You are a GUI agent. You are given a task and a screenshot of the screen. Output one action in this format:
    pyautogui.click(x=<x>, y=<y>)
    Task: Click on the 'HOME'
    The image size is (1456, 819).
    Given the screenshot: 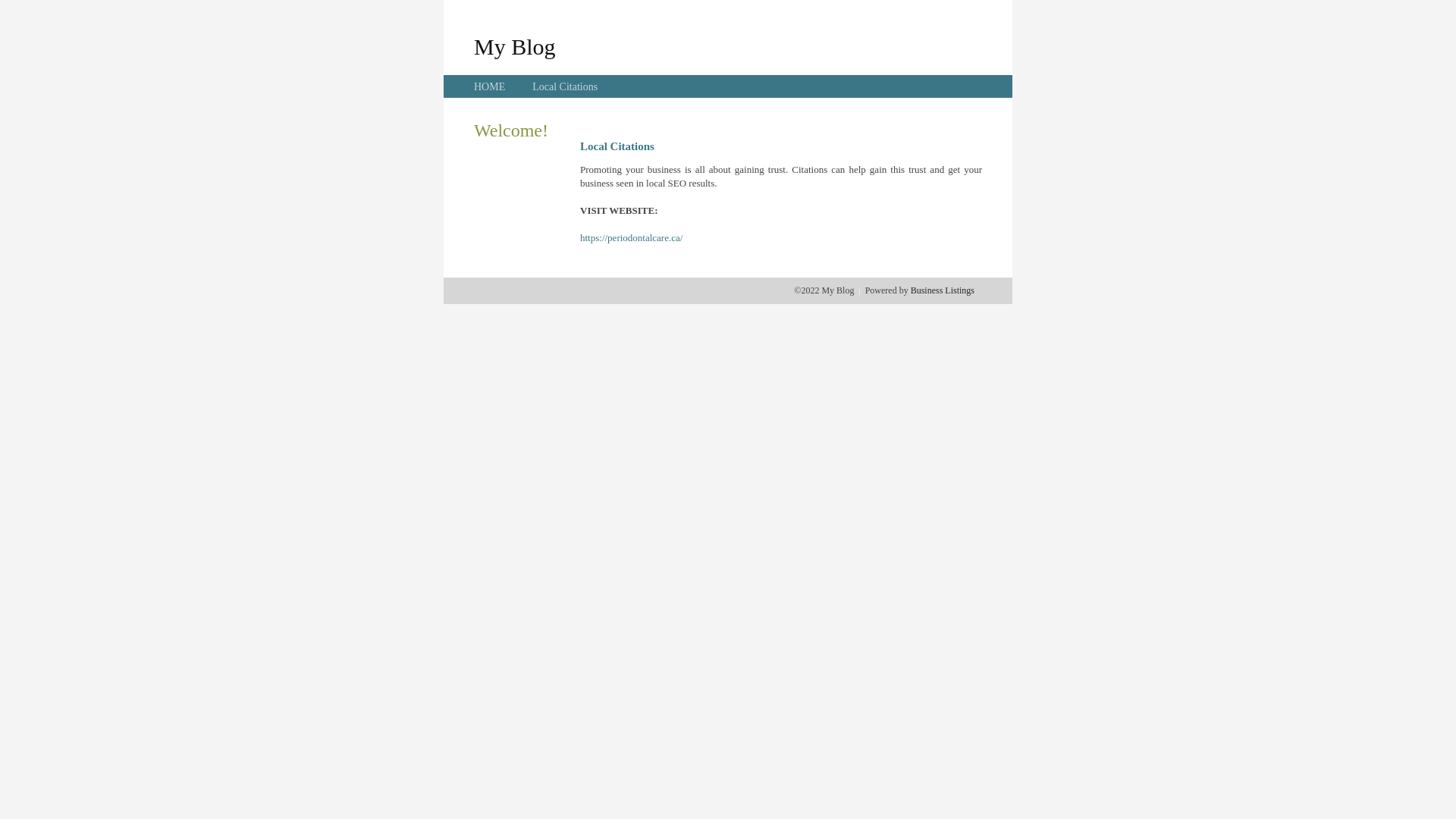 What is the action you would take?
    pyautogui.click(x=489, y=86)
    